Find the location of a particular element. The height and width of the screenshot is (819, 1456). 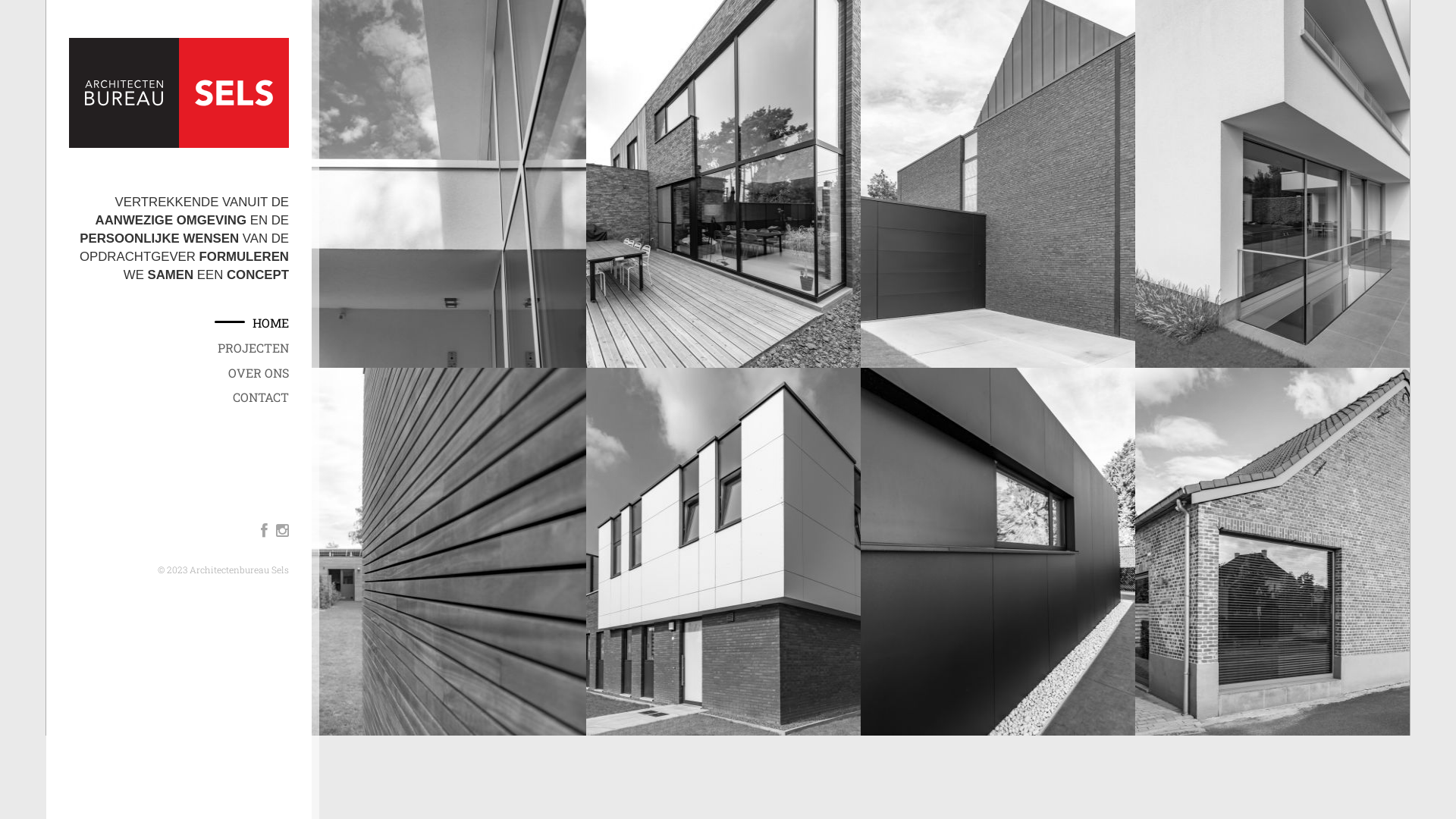

'OVER ONS' is located at coordinates (227, 373).